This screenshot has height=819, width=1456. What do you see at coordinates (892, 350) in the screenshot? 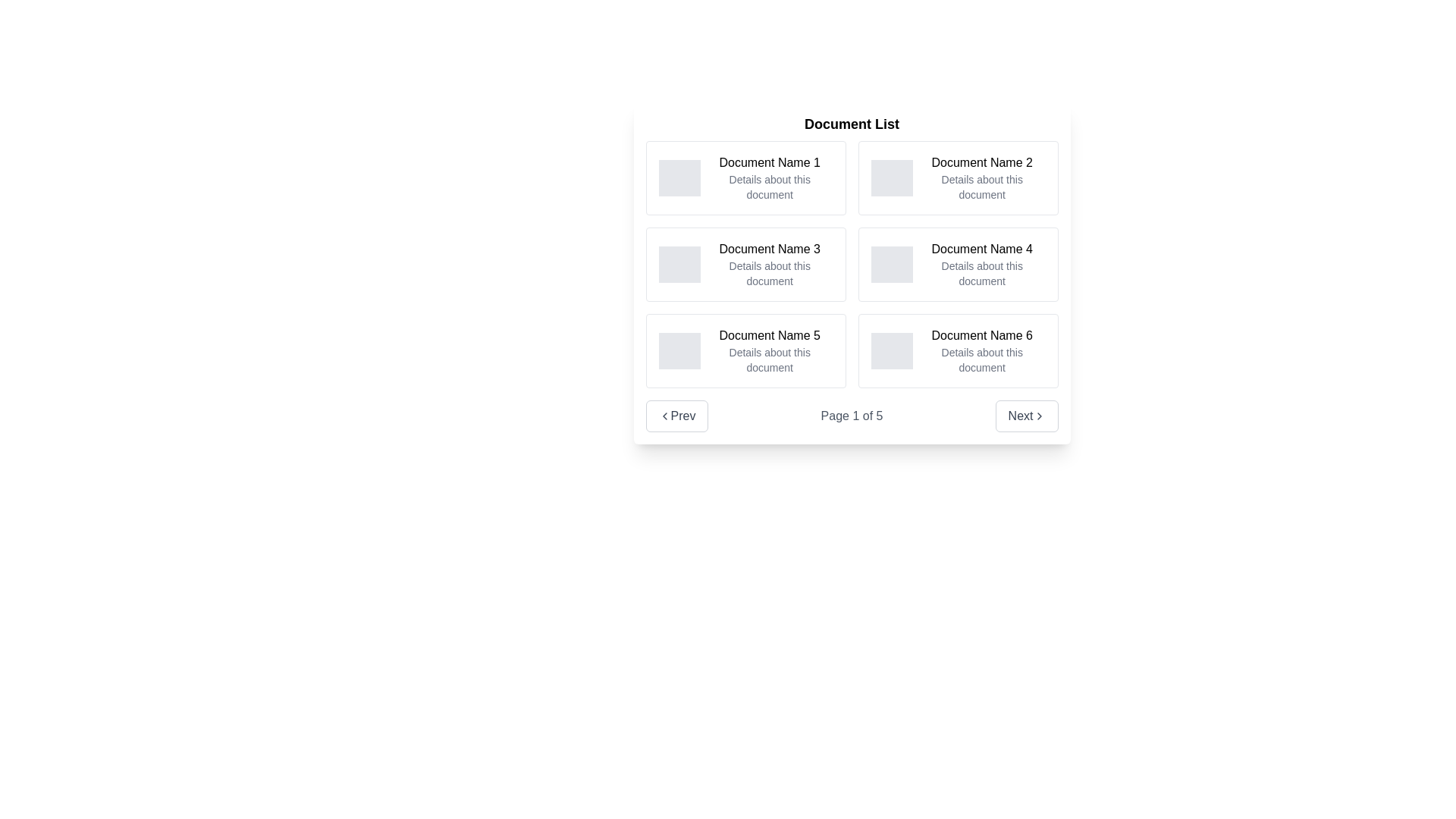
I see `the decorative panel in the lower right cell of the grid layout, labeled 'Document Name 6' with the subtitle 'Details about this document'` at bounding box center [892, 350].